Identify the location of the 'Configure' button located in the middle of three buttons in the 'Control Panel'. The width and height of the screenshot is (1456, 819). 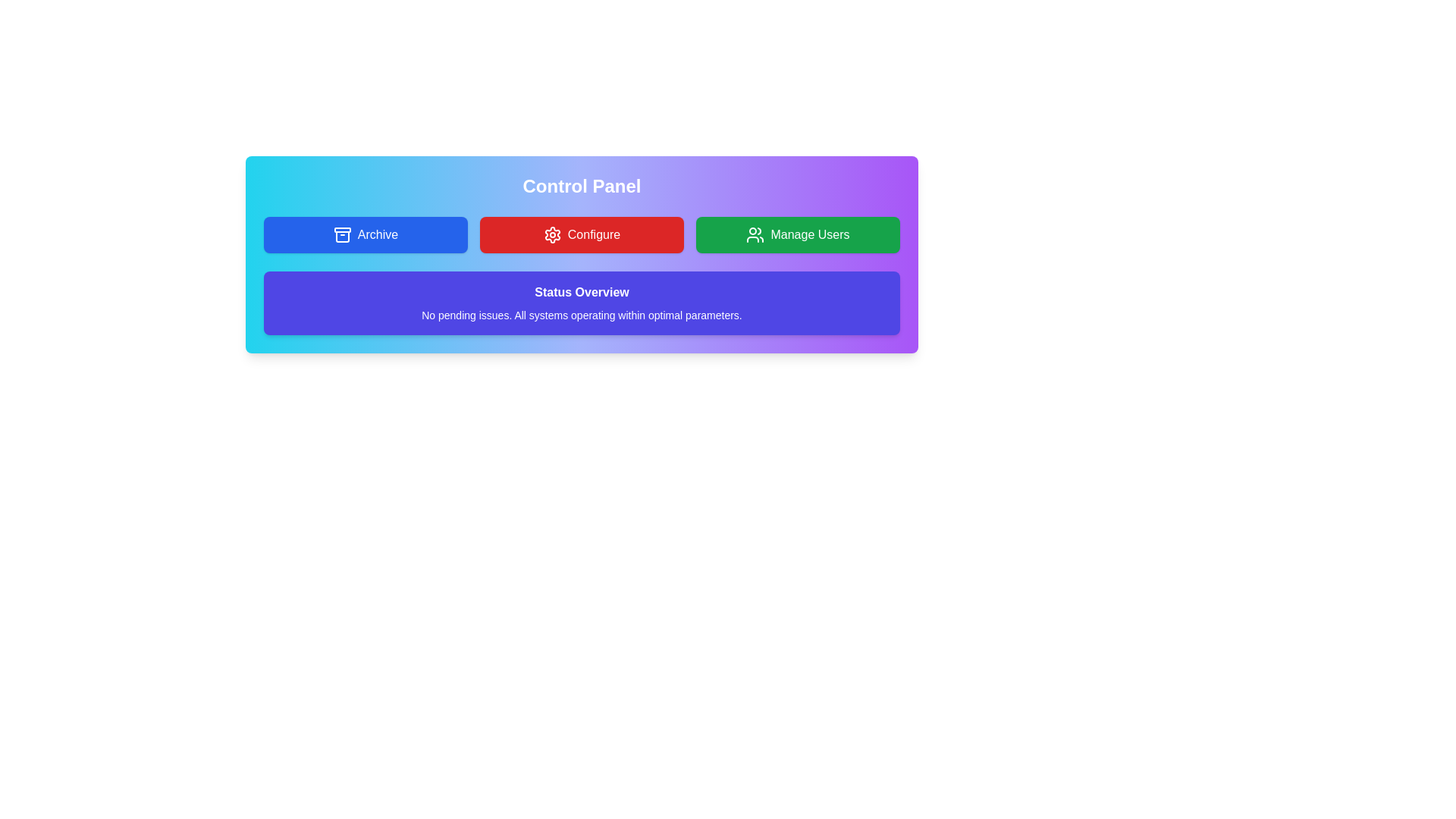
(581, 234).